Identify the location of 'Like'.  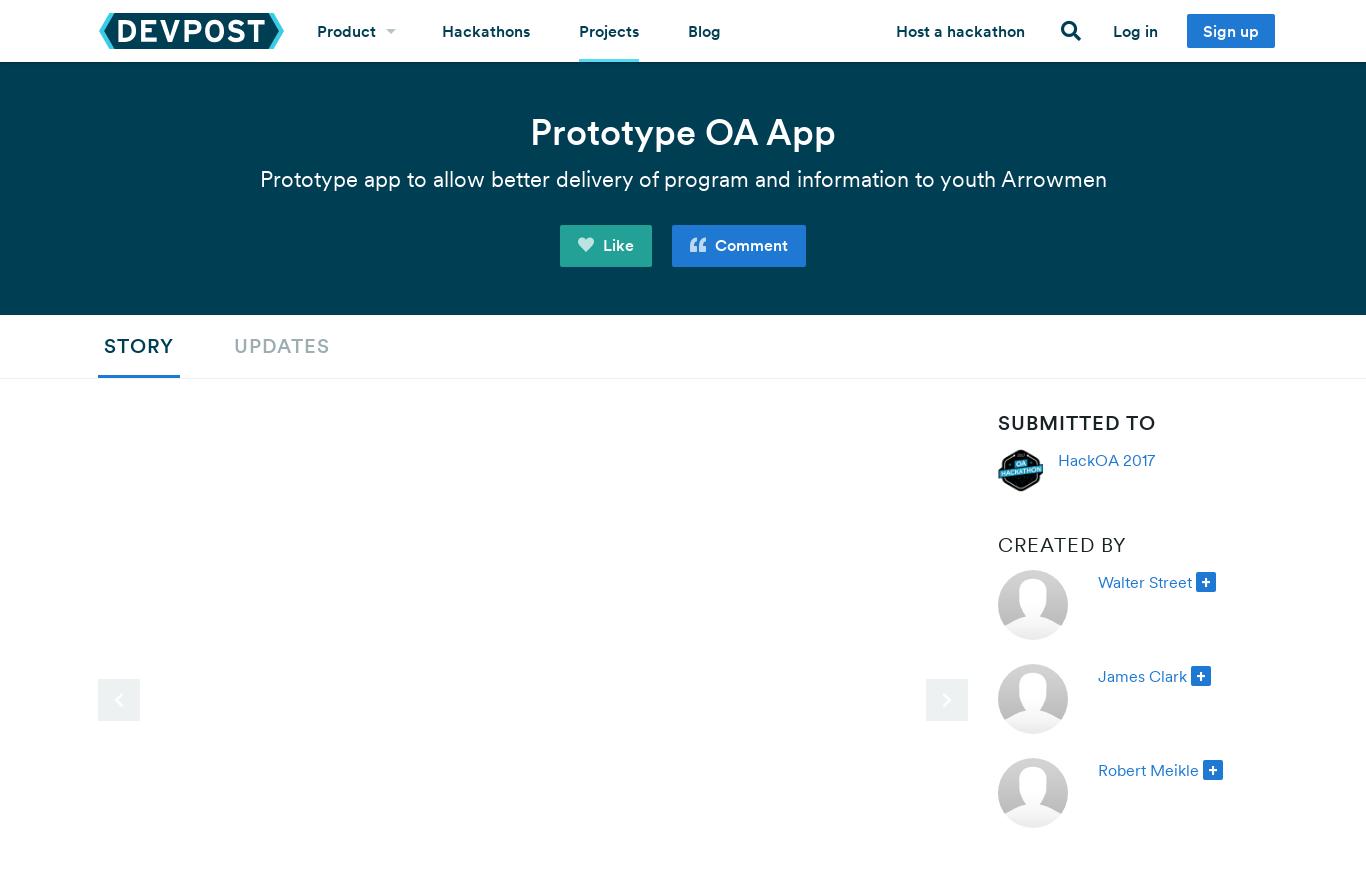
(615, 243).